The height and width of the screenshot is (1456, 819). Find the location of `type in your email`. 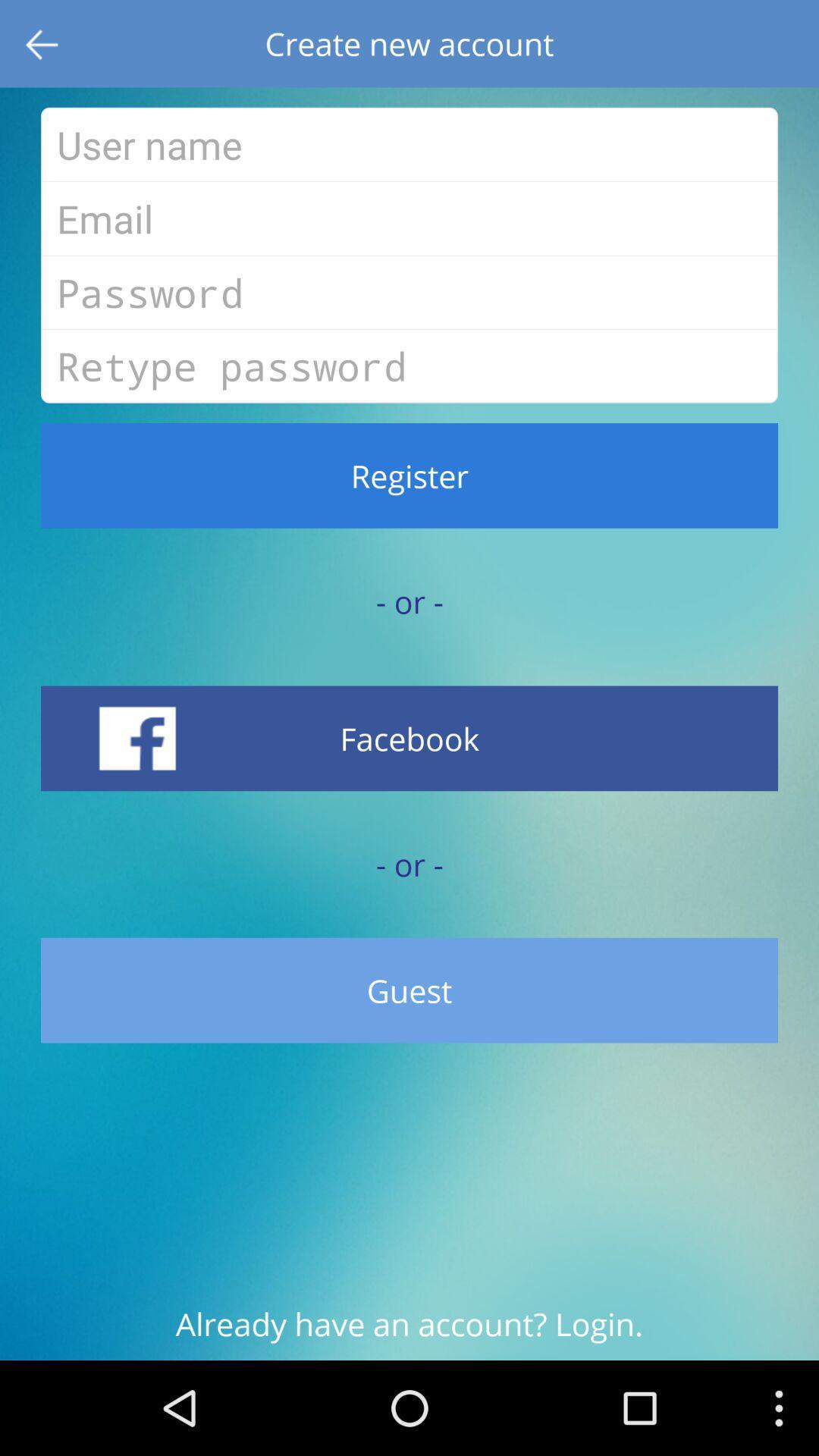

type in your email is located at coordinates (409, 218).